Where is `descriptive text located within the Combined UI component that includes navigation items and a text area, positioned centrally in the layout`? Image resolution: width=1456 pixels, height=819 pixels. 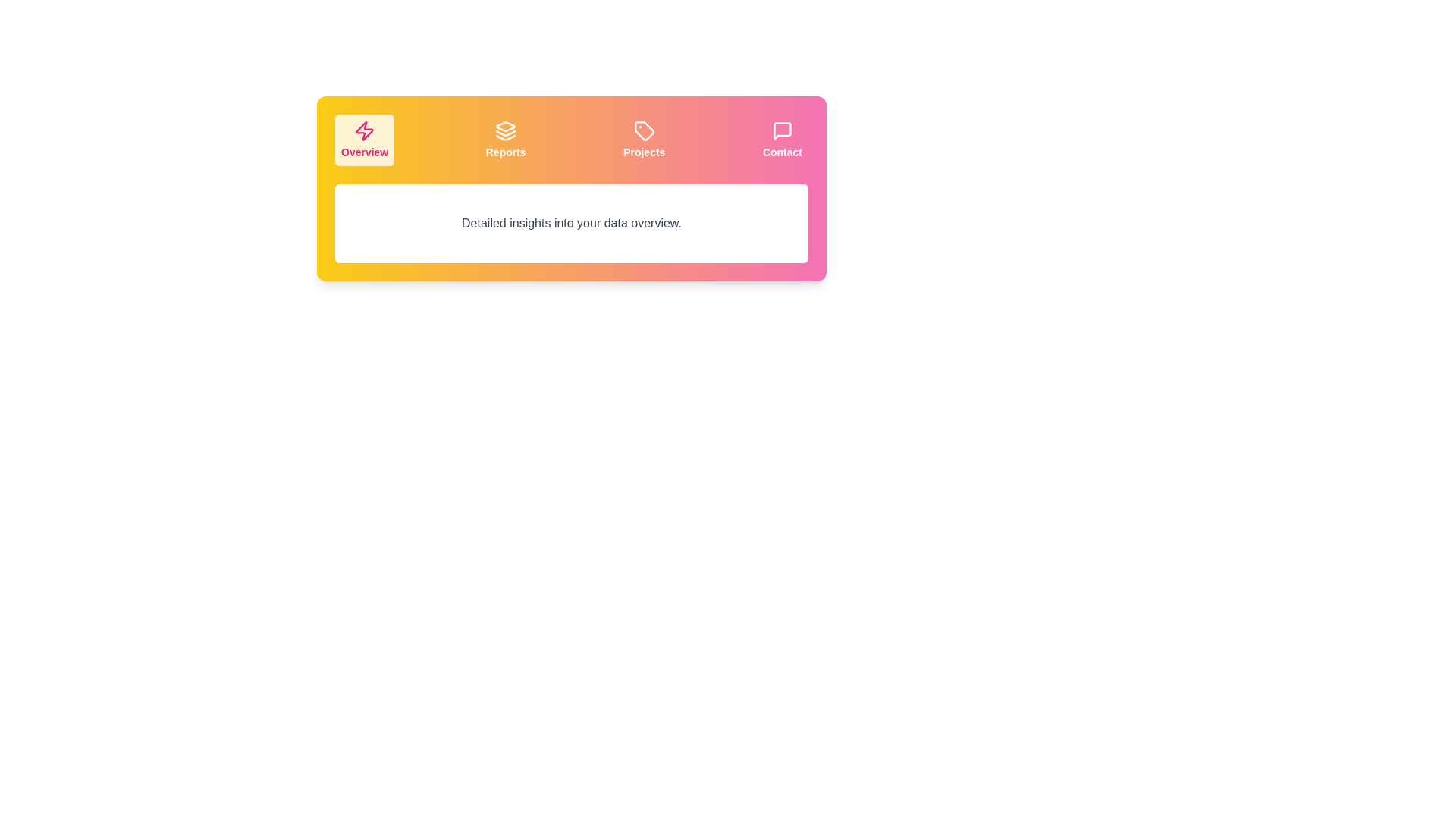 descriptive text located within the Combined UI component that includes navigation items and a text area, positioned centrally in the layout is located at coordinates (570, 188).